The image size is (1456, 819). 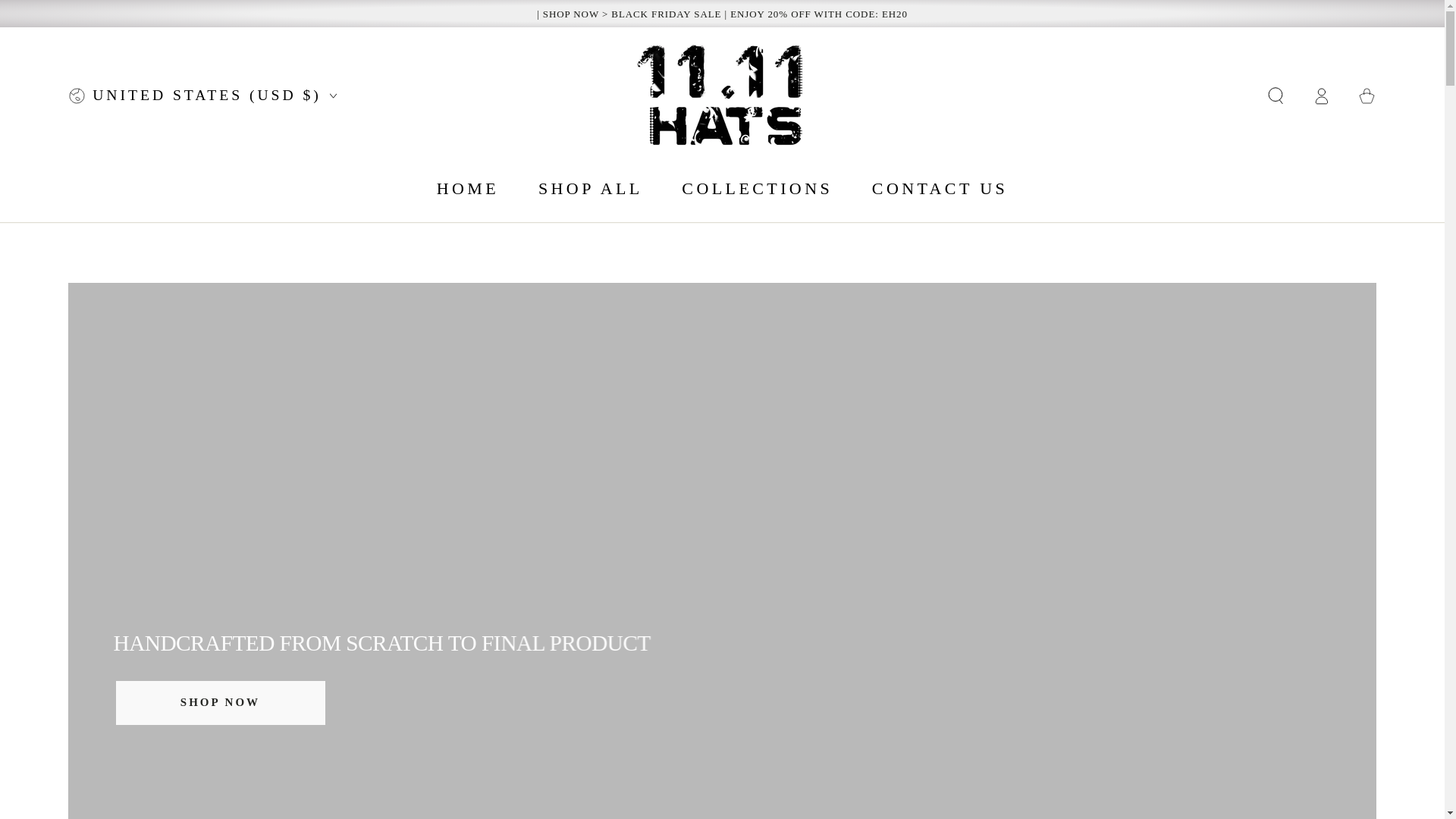 What do you see at coordinates (1320, 96) in the screenshot?
I see `'Log in'` at bounding box center [1320, 96].